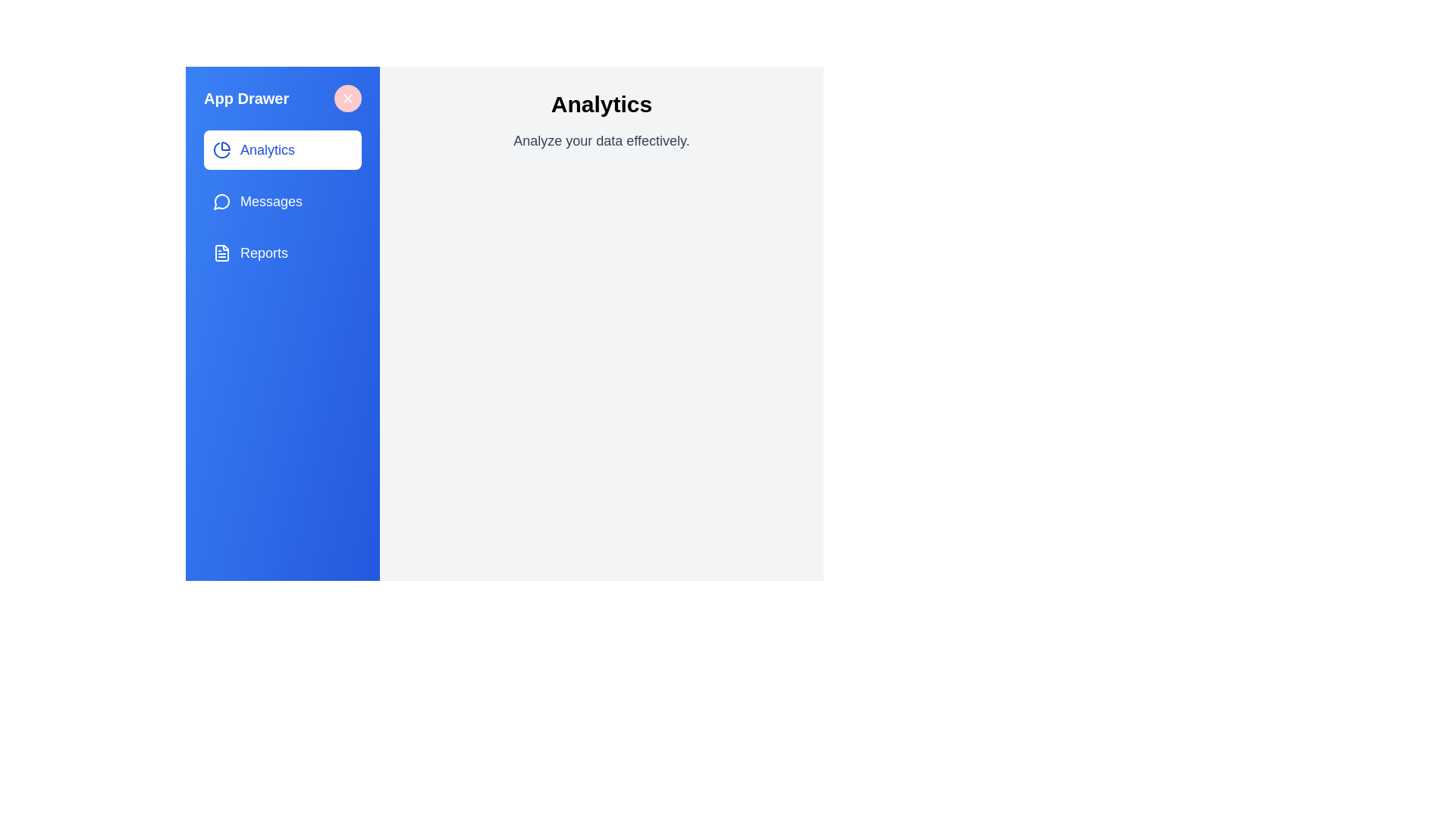  What do you see at coordinates (283, 253) in the screenshot?
I see `the menu option Reports` at bounding box center [283, 253].